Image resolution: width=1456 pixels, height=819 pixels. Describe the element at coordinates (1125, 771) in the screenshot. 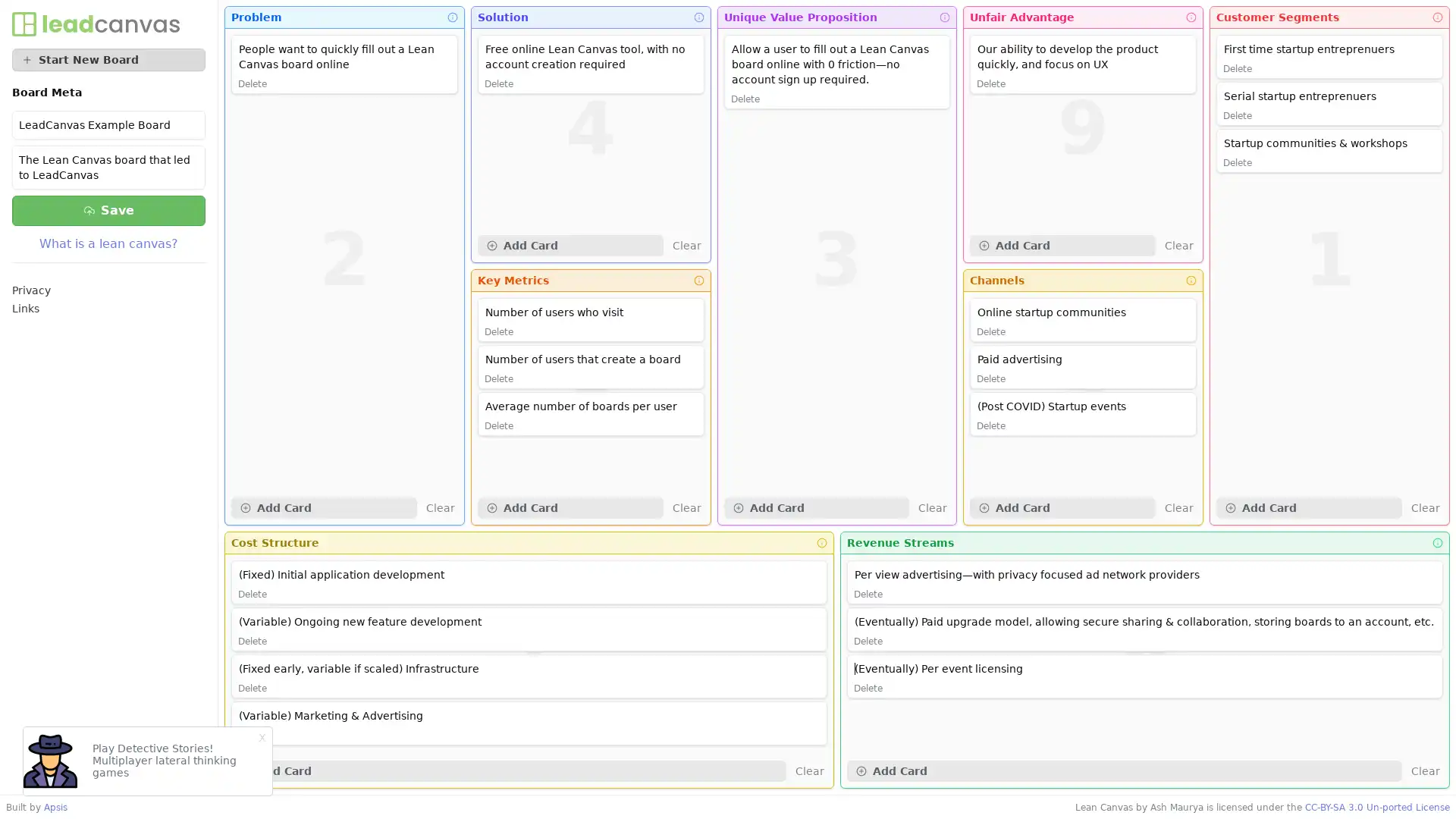

I see `Add Card` at that location.